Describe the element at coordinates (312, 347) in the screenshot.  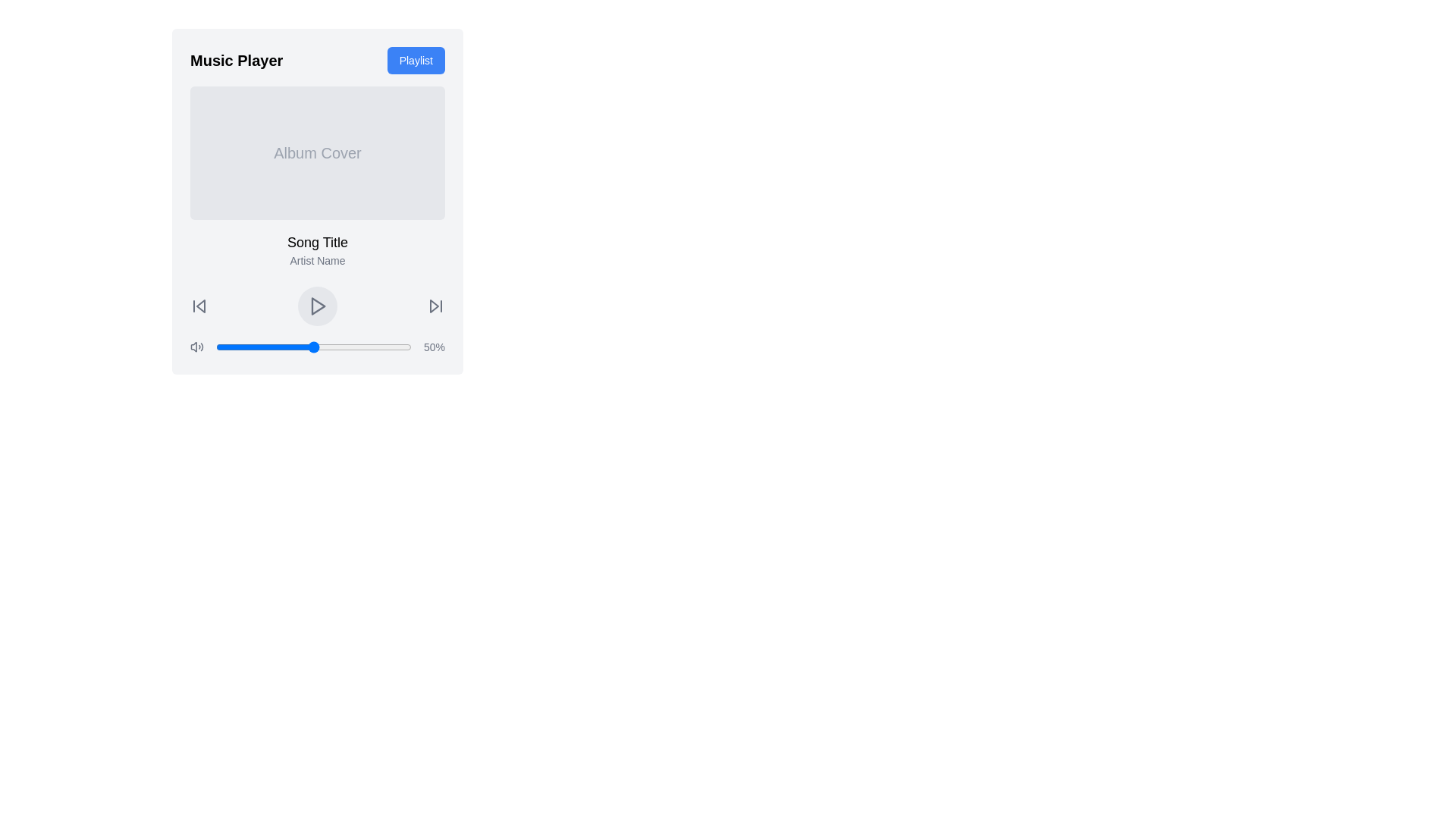
I see `the volume` at that location.